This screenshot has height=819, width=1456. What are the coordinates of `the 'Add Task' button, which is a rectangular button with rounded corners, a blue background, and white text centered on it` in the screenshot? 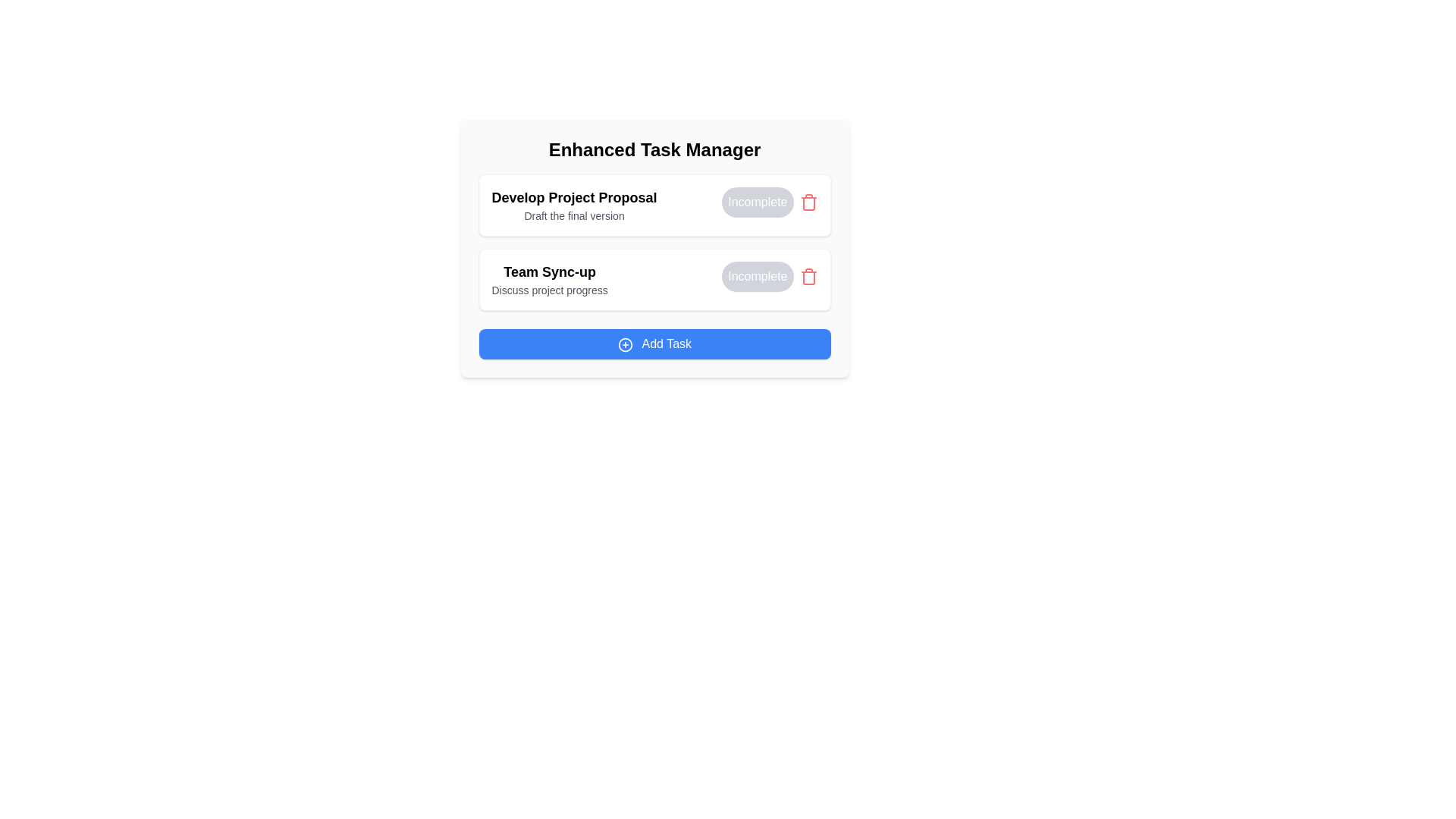 It's located at (654, 344).